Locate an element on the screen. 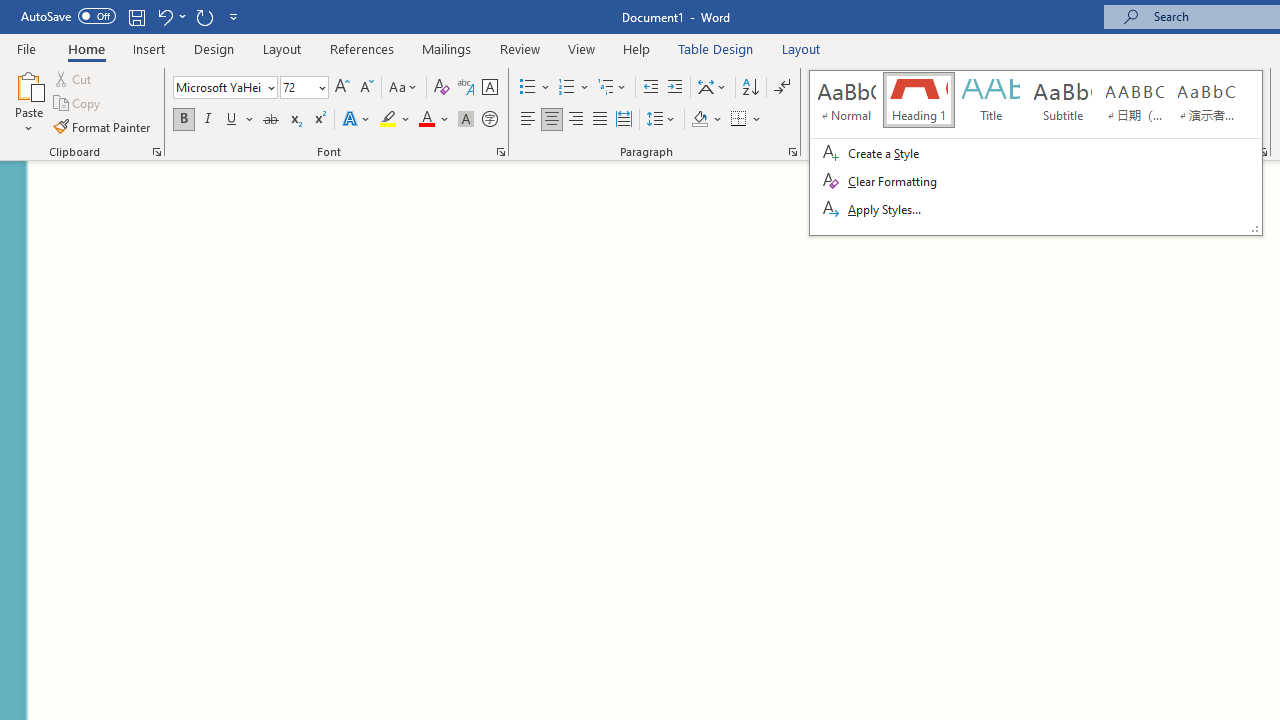 The height and width of the screenshot is (720, 1280). 'Multilevel List' is located at coordinates (612, 86).